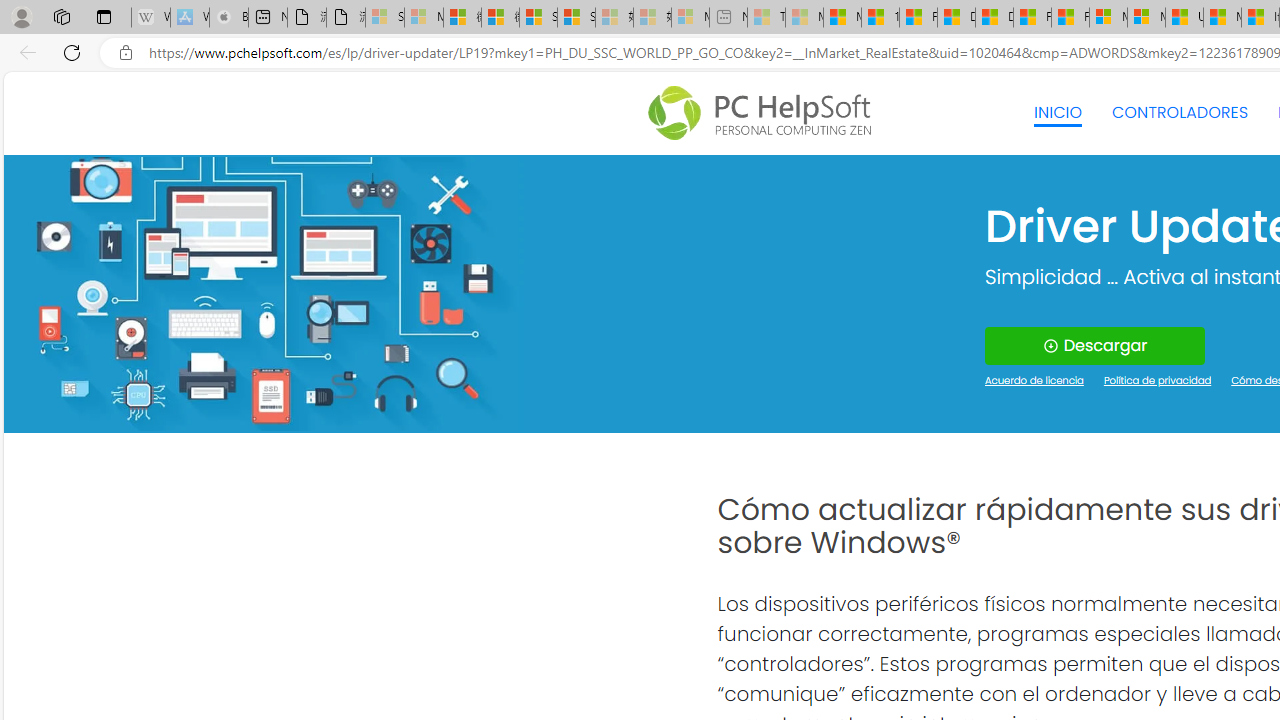 The height and width of the screenshot is (720, 1280). I want to click on 'Generic', so click(262, 293).